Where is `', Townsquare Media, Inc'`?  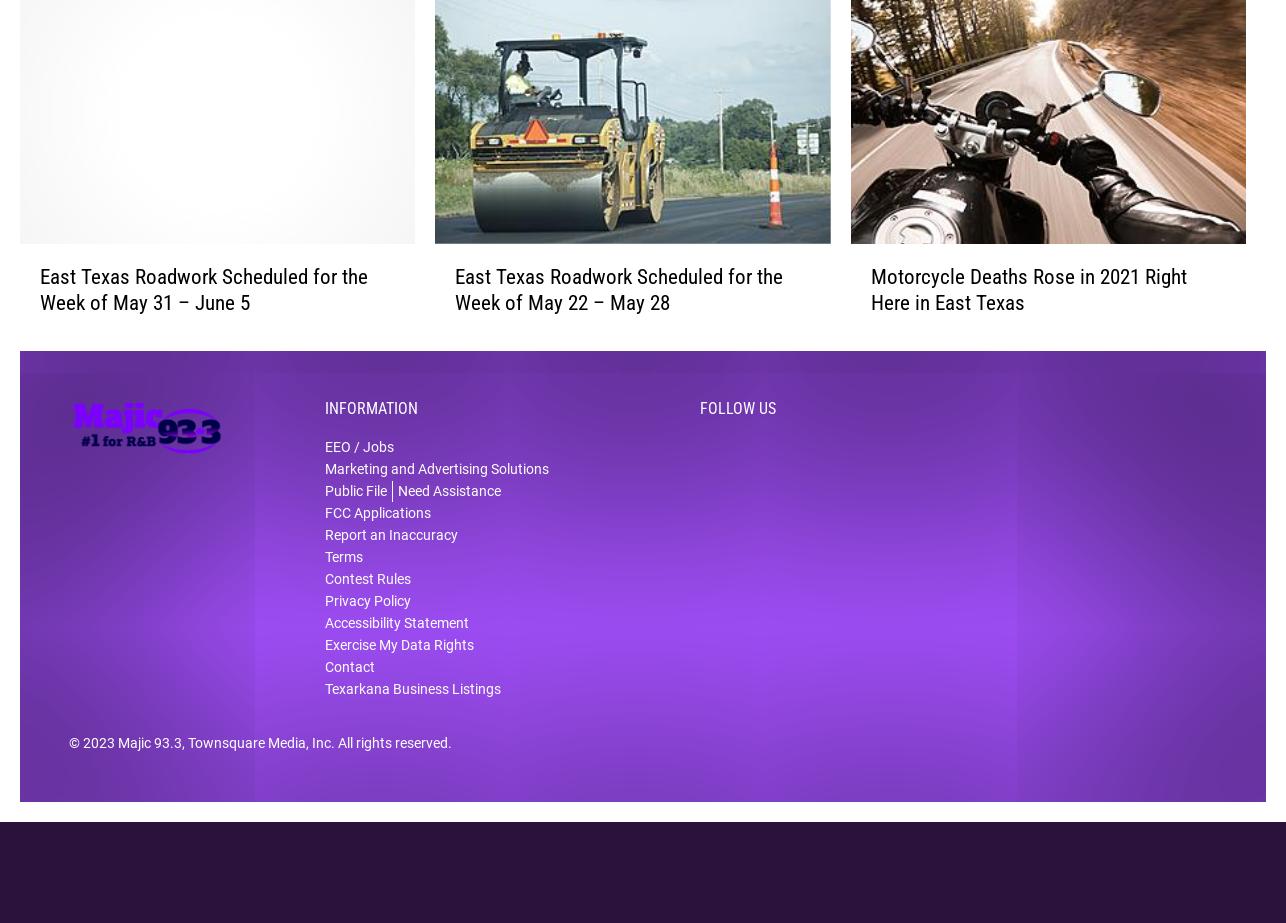 ', Townsquare Media, Inc' is located at coordinates (181, 756).